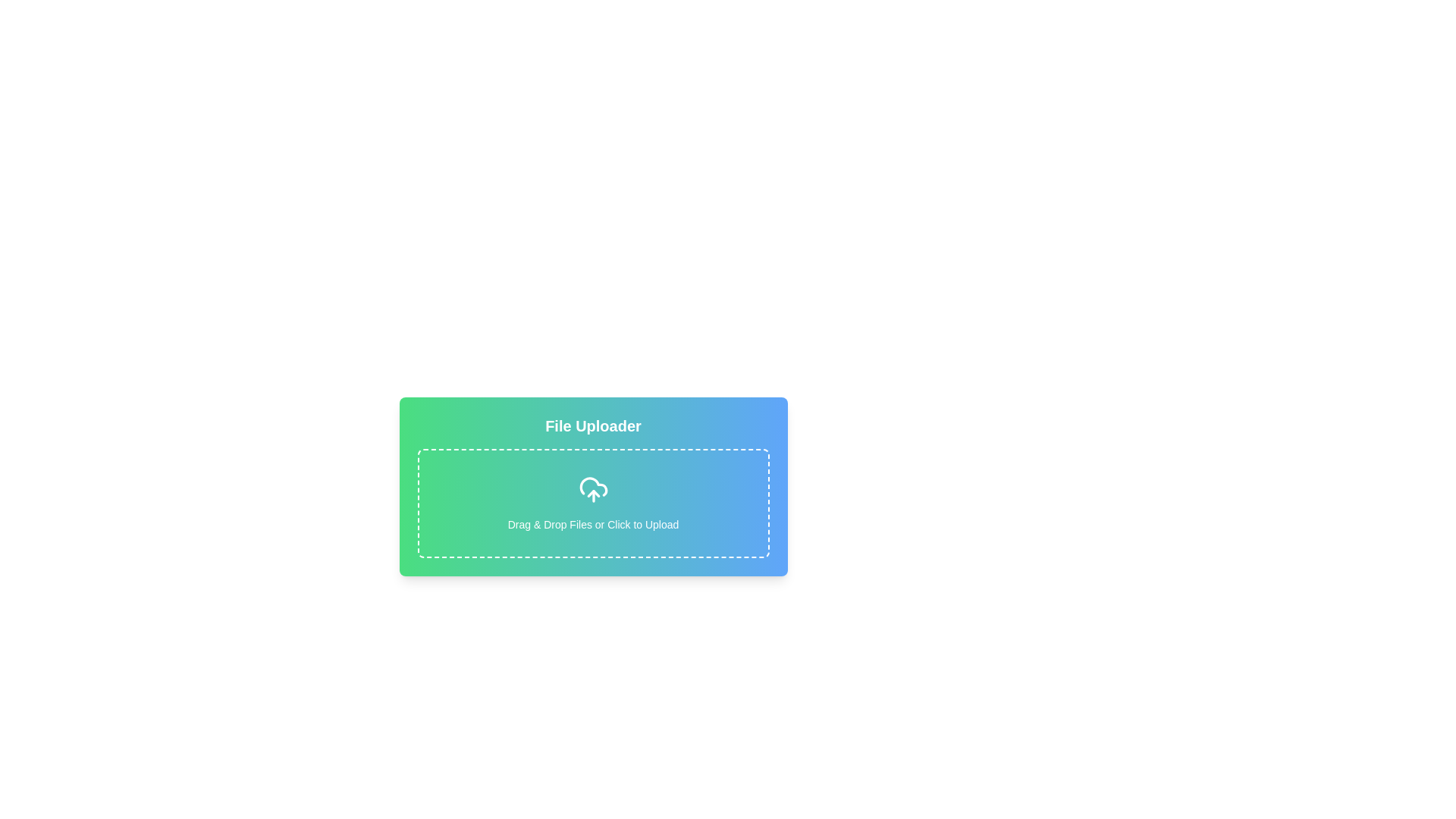  I want to click on and drop files into the File upload area, which is a large rectangular area with a dashed border and a gradient background, containing an upload icon and the text 'Drag & Drop Files or Click, so click(592, 503).